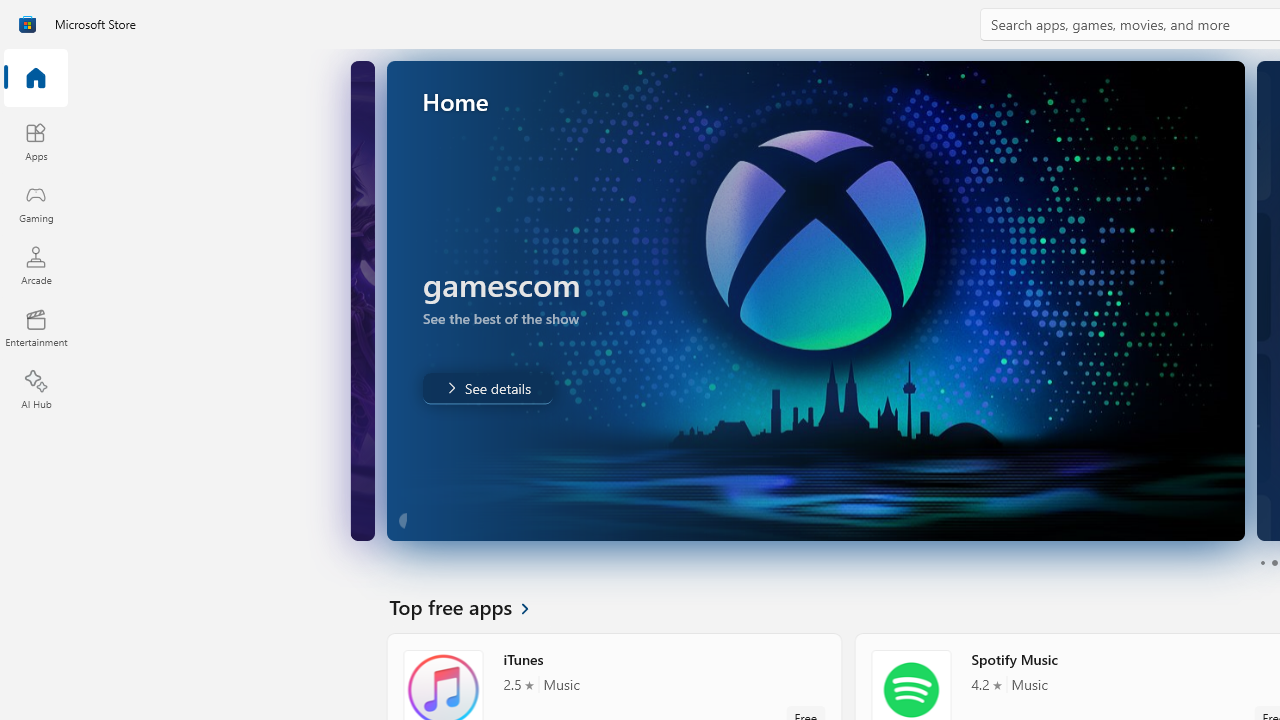 The width and height of the screenshot is (1280, 720). What do you see at coordinates (35, 140) in the screenshot?
I see `'Apps'` at bounding box center [35, 140].